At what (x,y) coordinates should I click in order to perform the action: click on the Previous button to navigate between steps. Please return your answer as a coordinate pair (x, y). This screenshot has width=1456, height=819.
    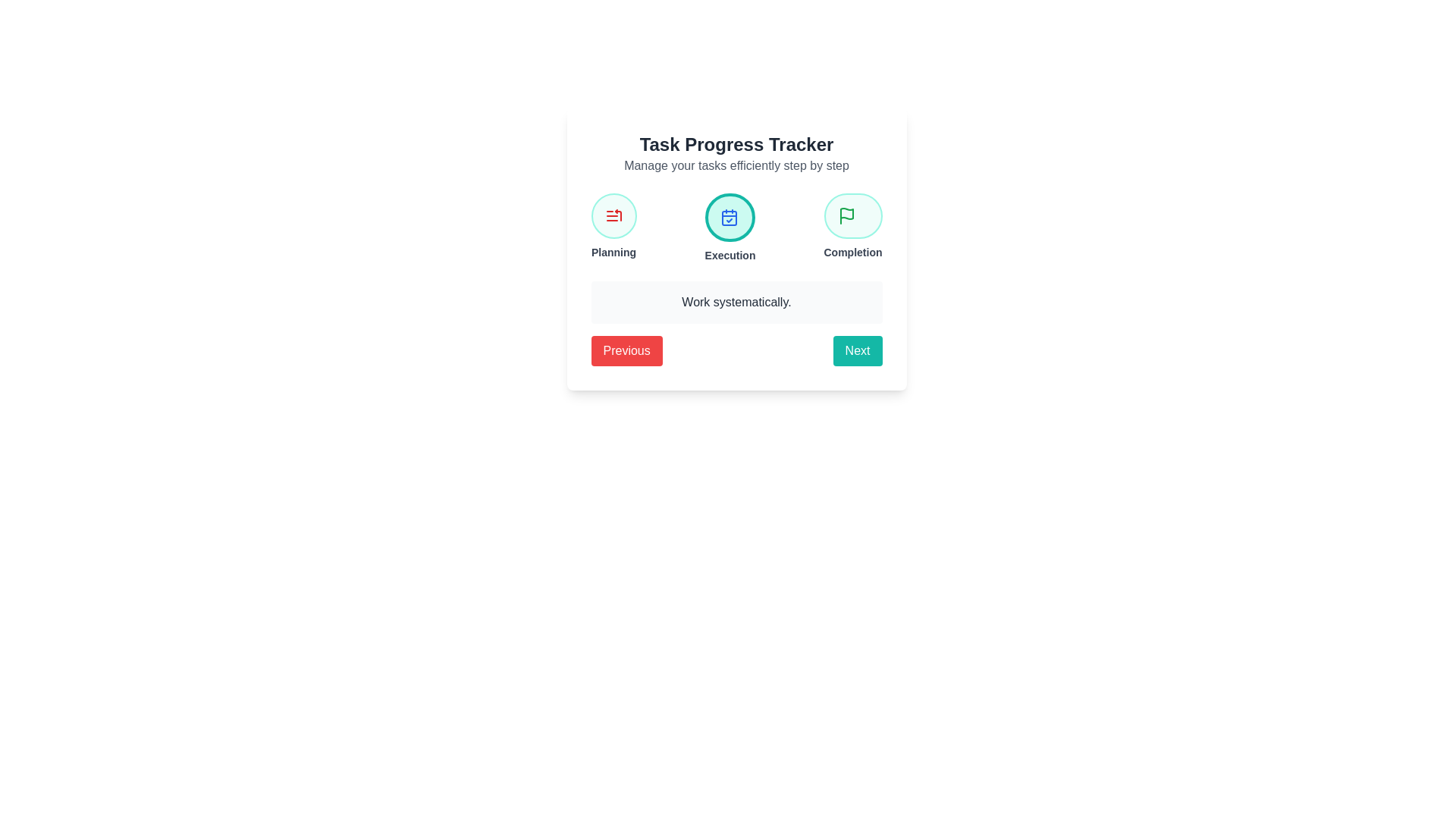
    Looking at the image, I should click on (626, 350).